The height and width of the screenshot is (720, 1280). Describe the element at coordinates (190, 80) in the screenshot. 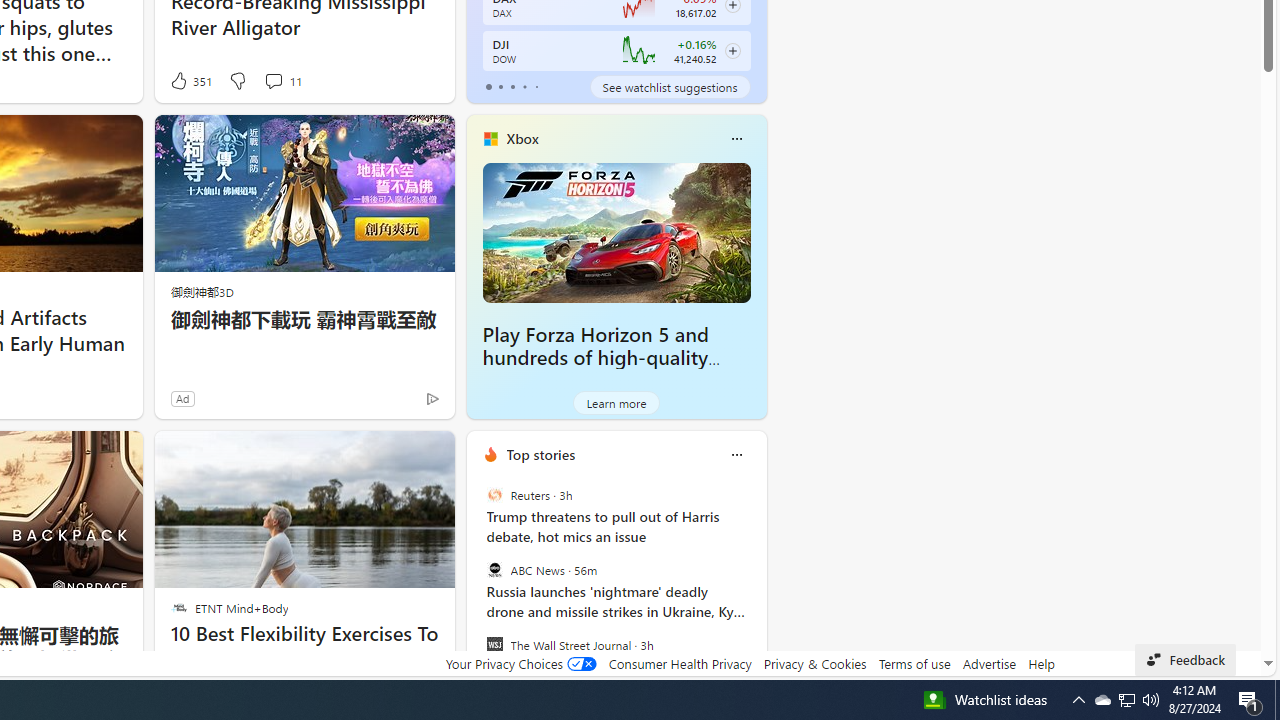

I see `'351 Like'` at that location.